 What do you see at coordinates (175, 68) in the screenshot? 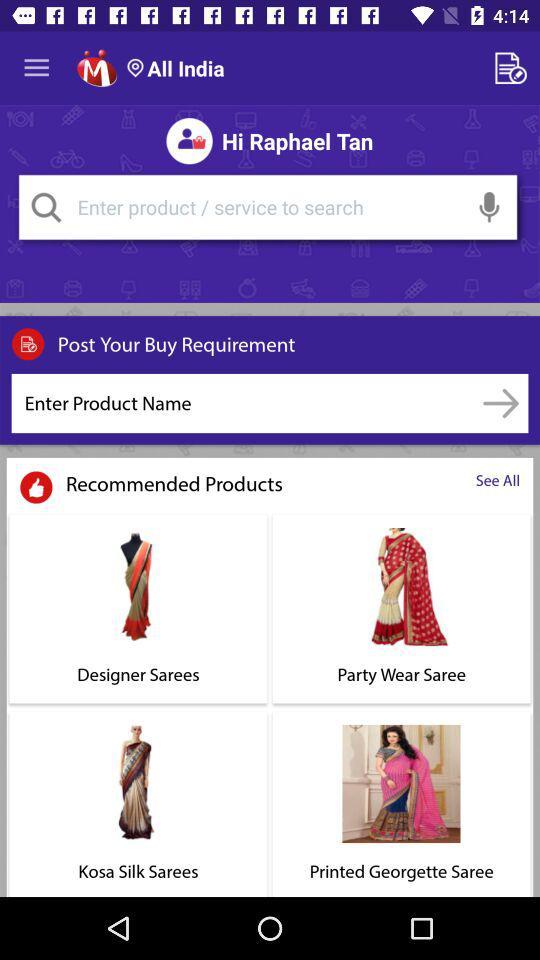
I see `the option which says all india` at bounding box center [175, 68].